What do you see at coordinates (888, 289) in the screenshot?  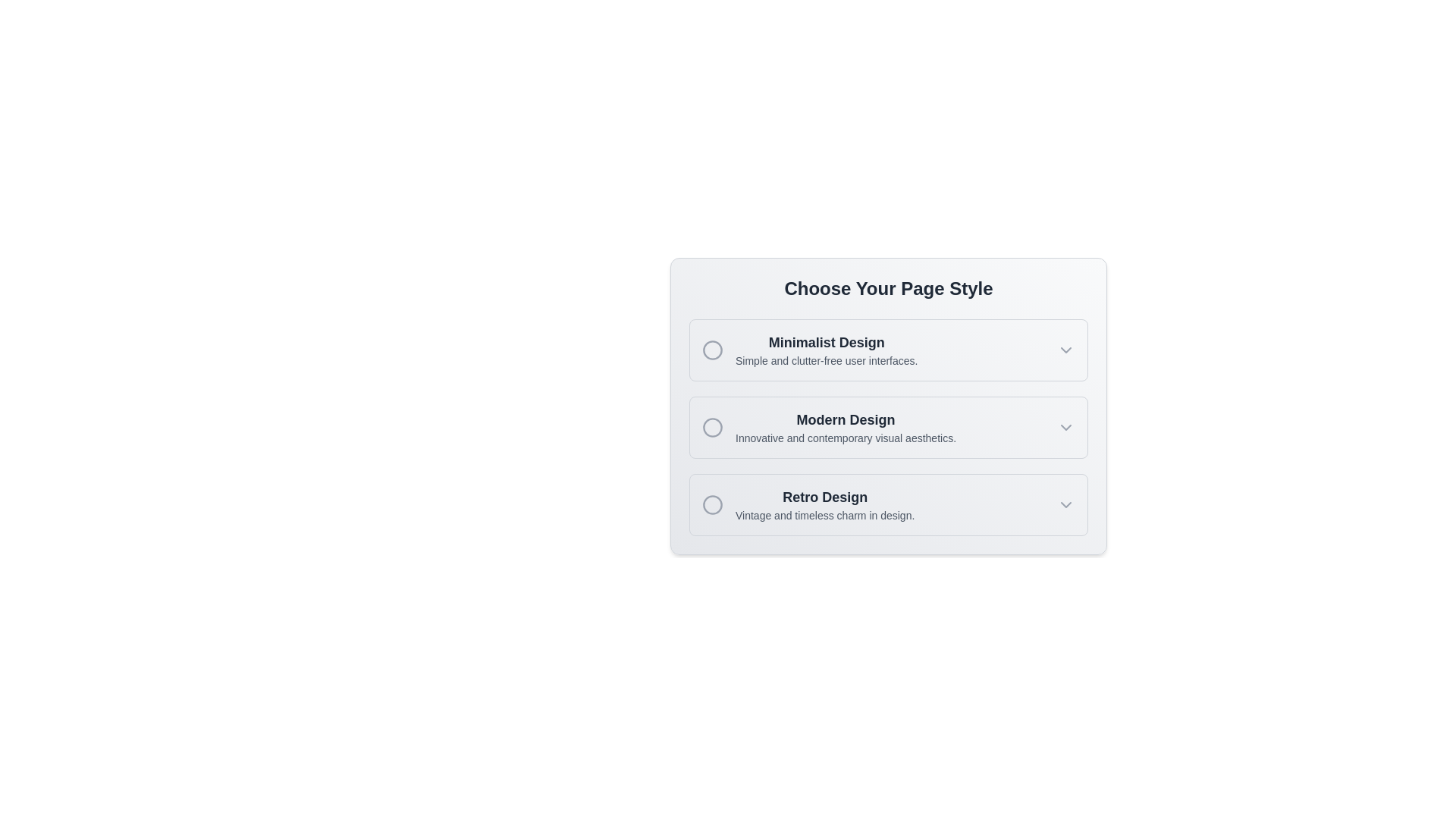 I see `the Text Header element that introduces the purpose of the options listed below, which is positioned at the top center of the card-like layout` at bounding box center [888, 289].